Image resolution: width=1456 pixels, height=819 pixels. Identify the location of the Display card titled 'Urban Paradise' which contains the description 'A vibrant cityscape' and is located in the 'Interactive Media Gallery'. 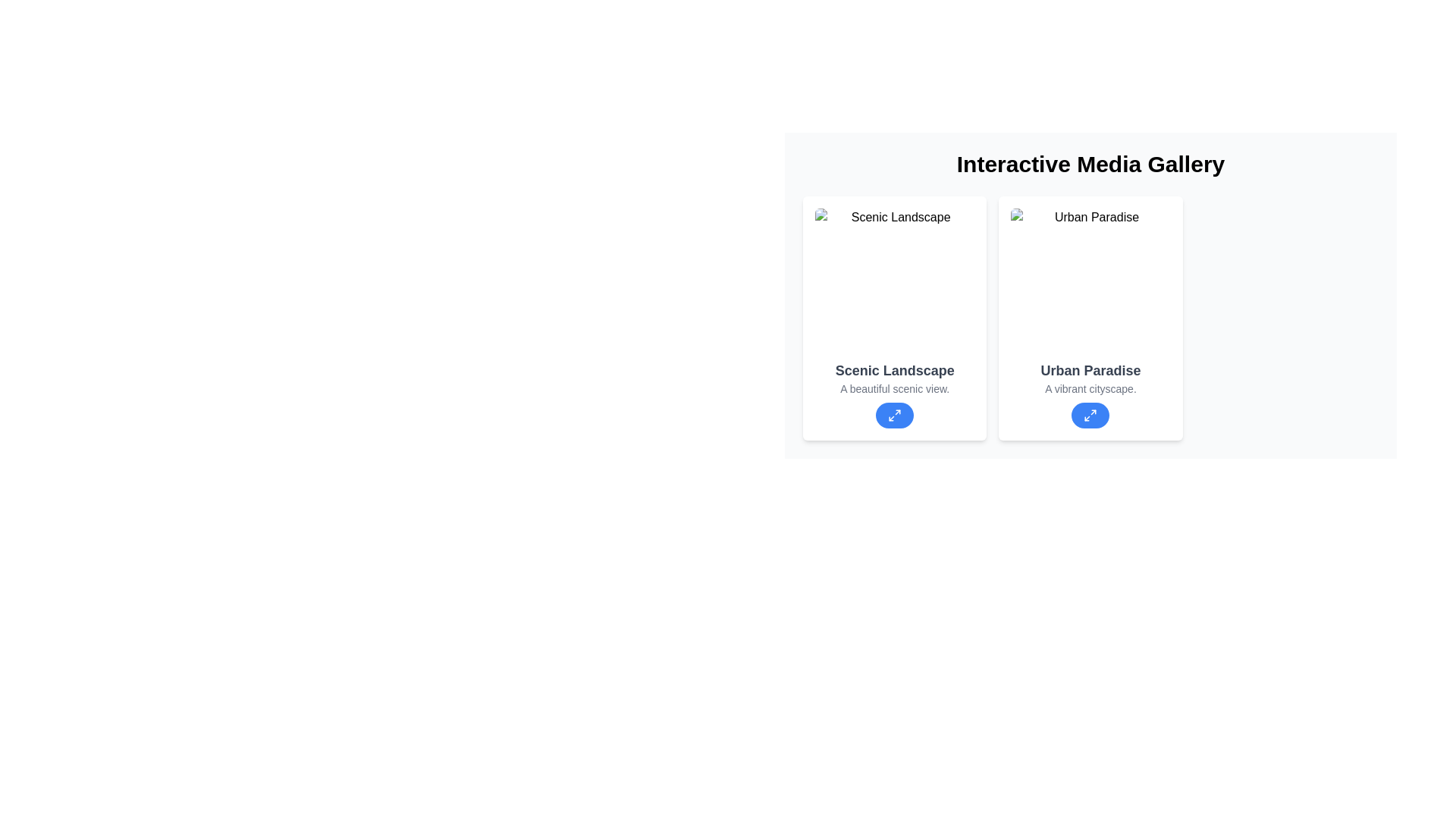
(1090, 318).